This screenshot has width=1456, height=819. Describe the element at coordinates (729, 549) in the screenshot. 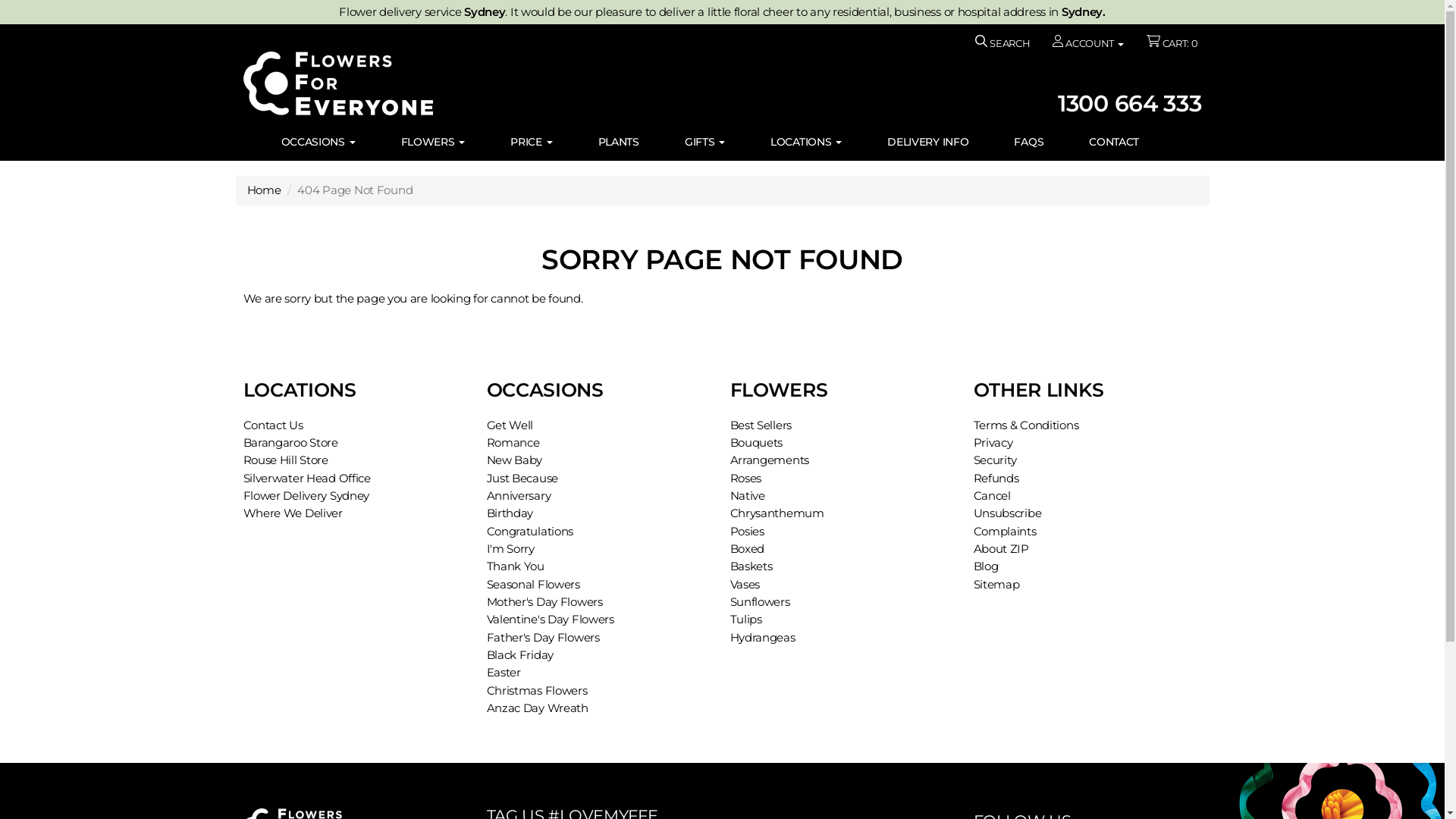

I see `'Boxed'` at that location.